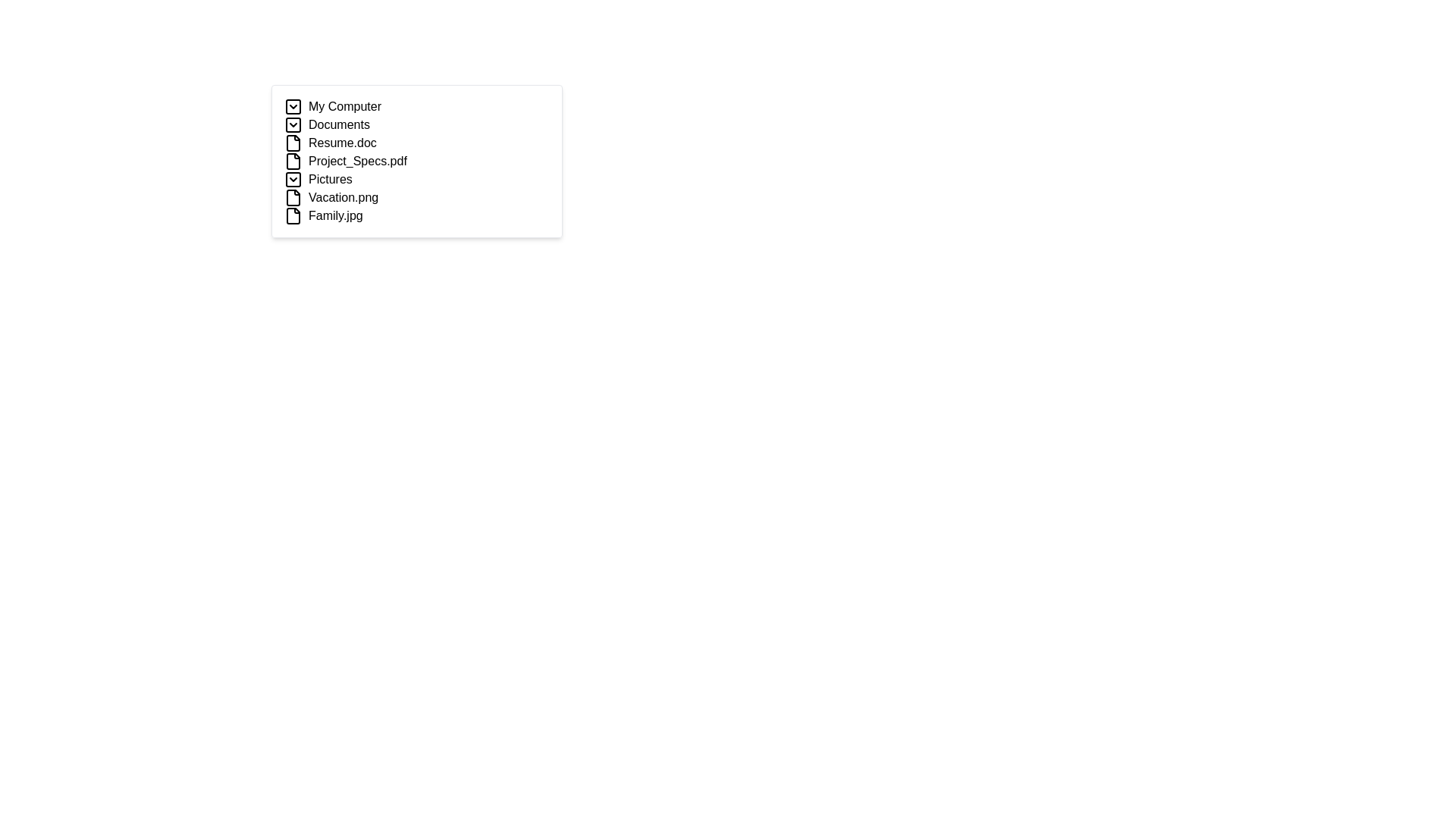  Describe the element at coordinates (417, 124) in the screenshot. I see `the 'Documents' category element, which is the second item in the vertical list of categories` at that location.